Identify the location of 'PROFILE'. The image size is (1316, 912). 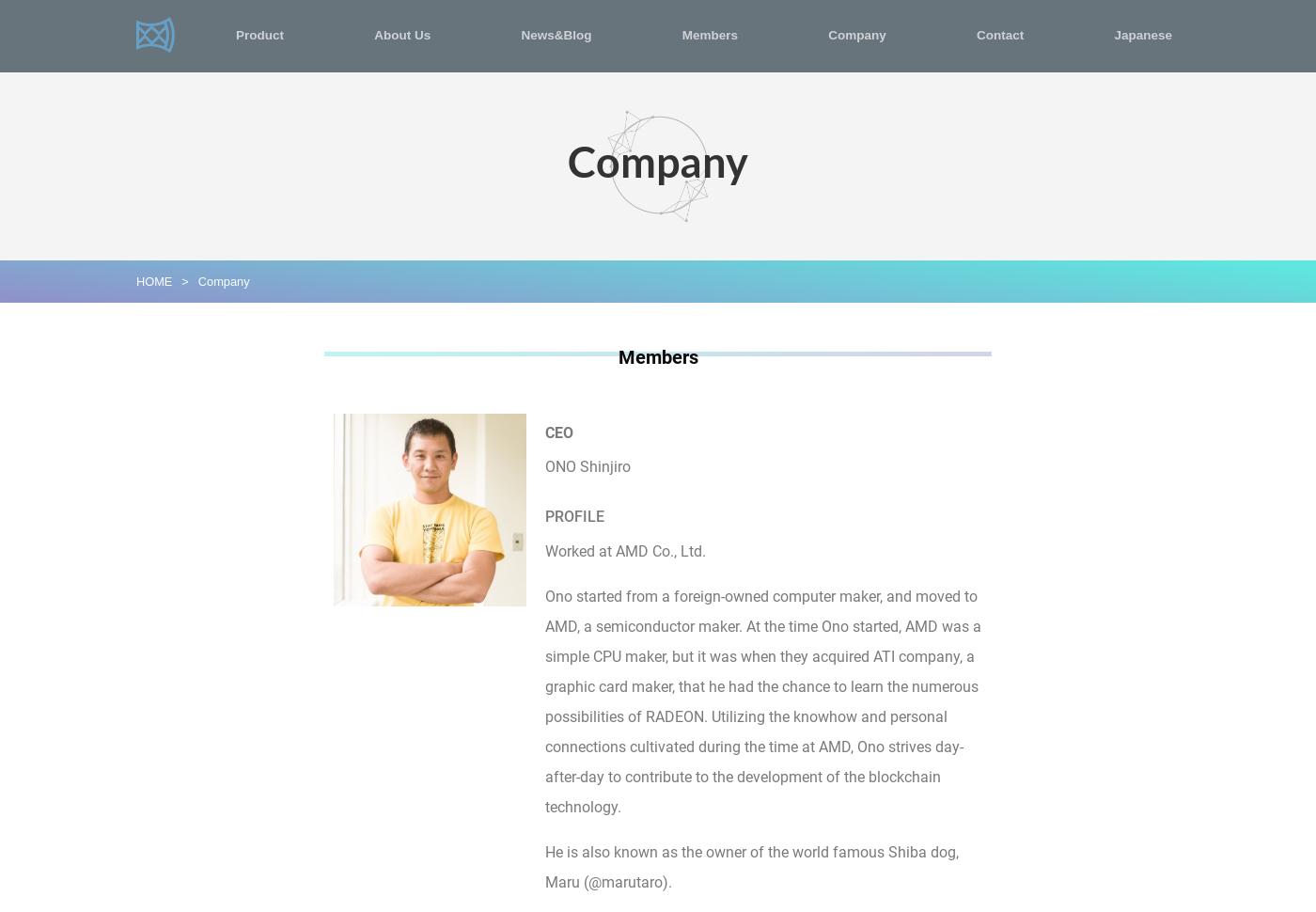
(574, 515).